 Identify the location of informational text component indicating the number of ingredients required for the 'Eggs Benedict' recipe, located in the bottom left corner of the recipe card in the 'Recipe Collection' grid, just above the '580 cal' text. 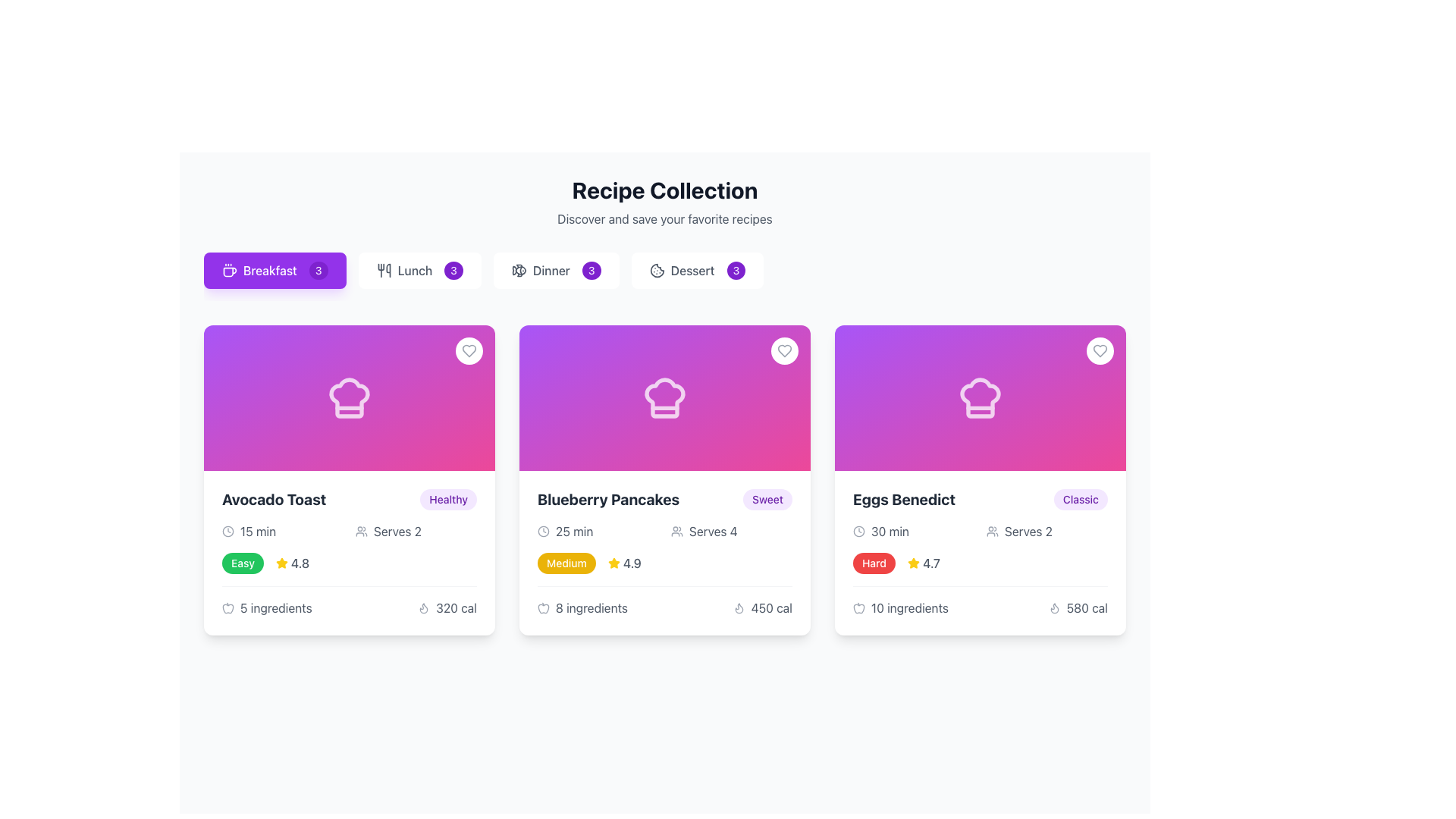
(910, 607).